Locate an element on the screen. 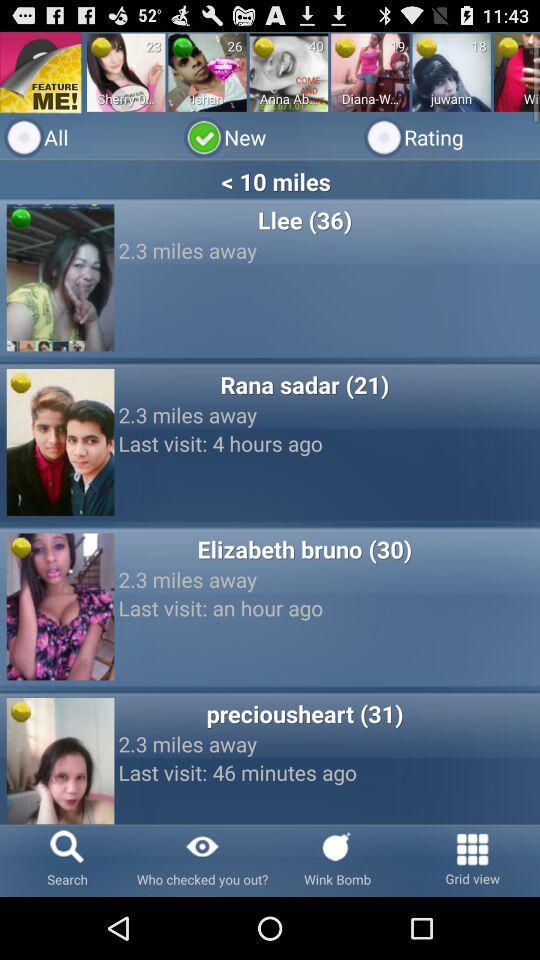 The height and width of the screenshot is (960, 540). icon above ishan item is located at coordinates (222, 68).